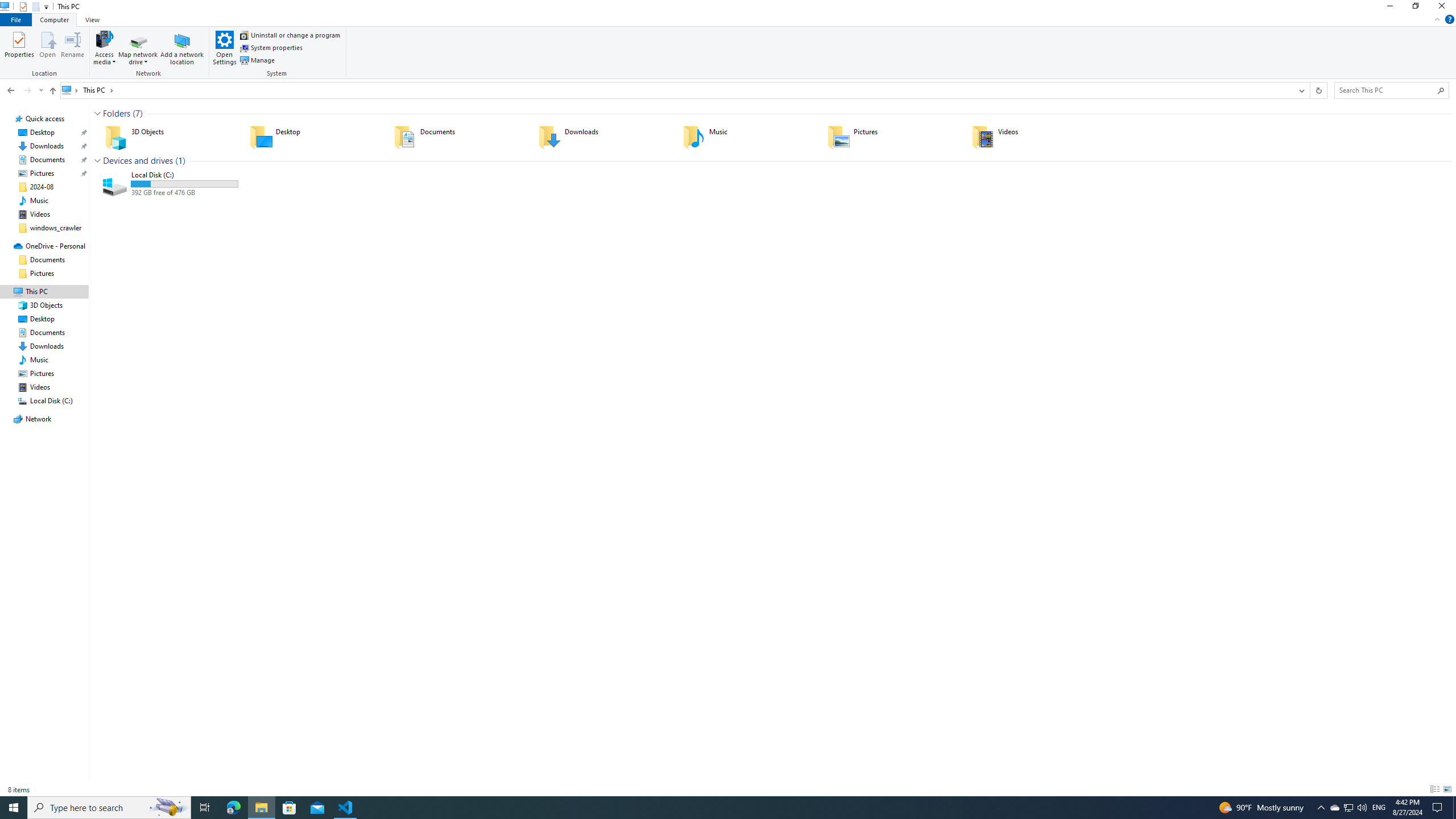  I want to click on 'Uninstall or change a program', so click(289, 35).